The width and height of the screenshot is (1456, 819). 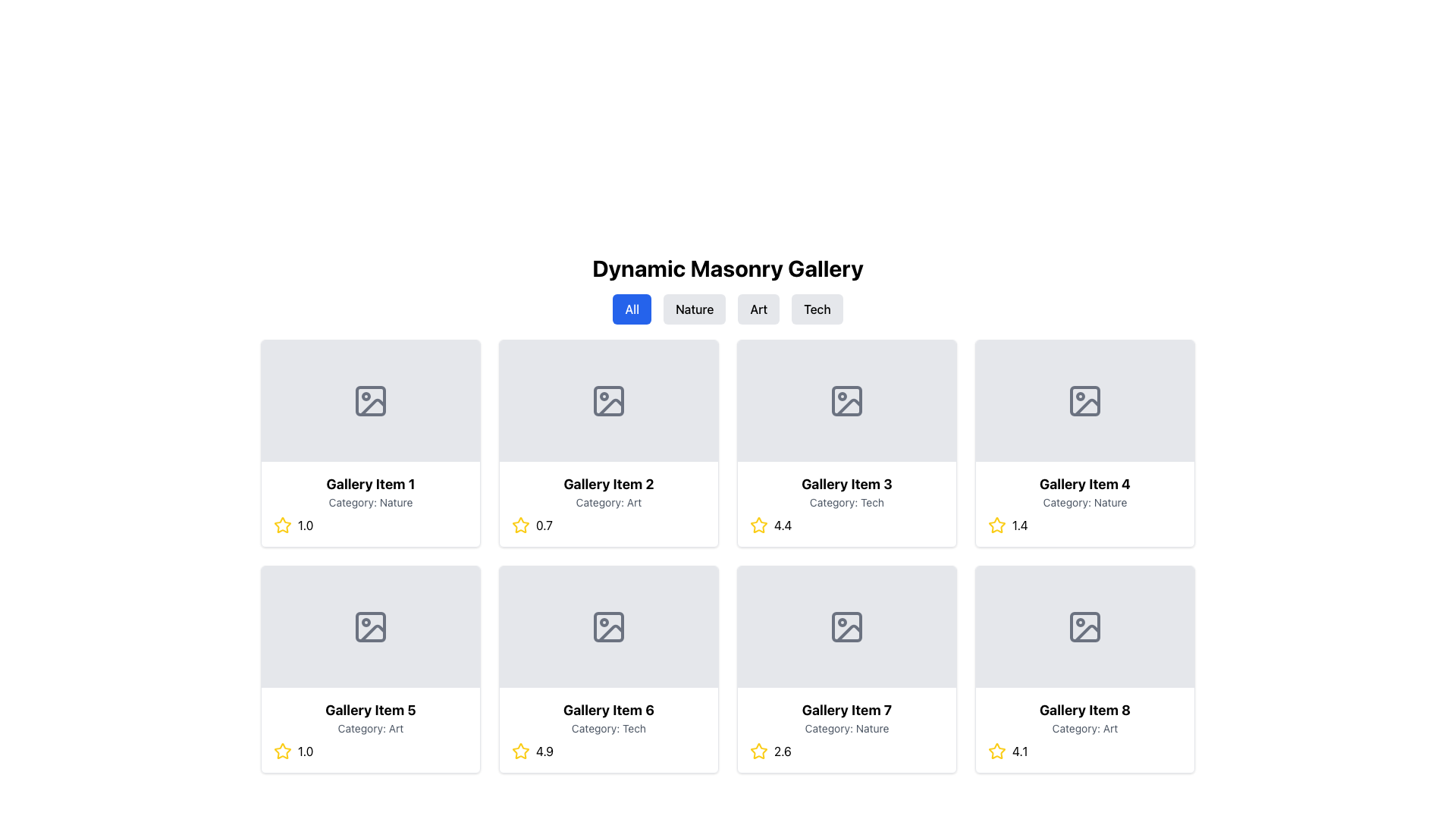 What do you see at coordinates (632, 309) in the screenshot?
I see `the first button in the horizontal row beneath the 'Dynamic Masonry Gallery' heading` at bounding box center [632, 309].